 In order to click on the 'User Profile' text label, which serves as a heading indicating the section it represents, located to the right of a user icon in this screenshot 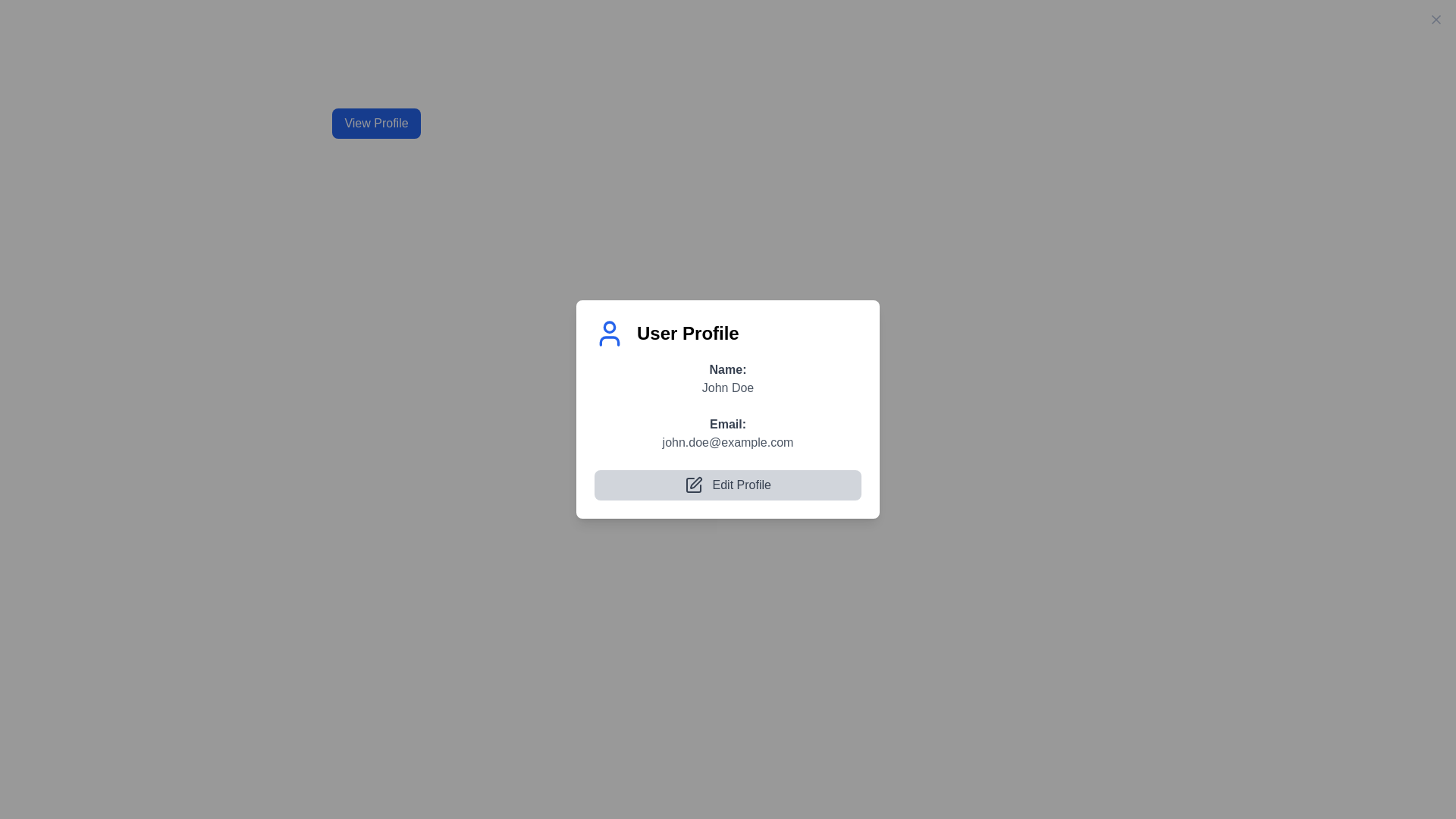, I will do `click(687, 332)`.